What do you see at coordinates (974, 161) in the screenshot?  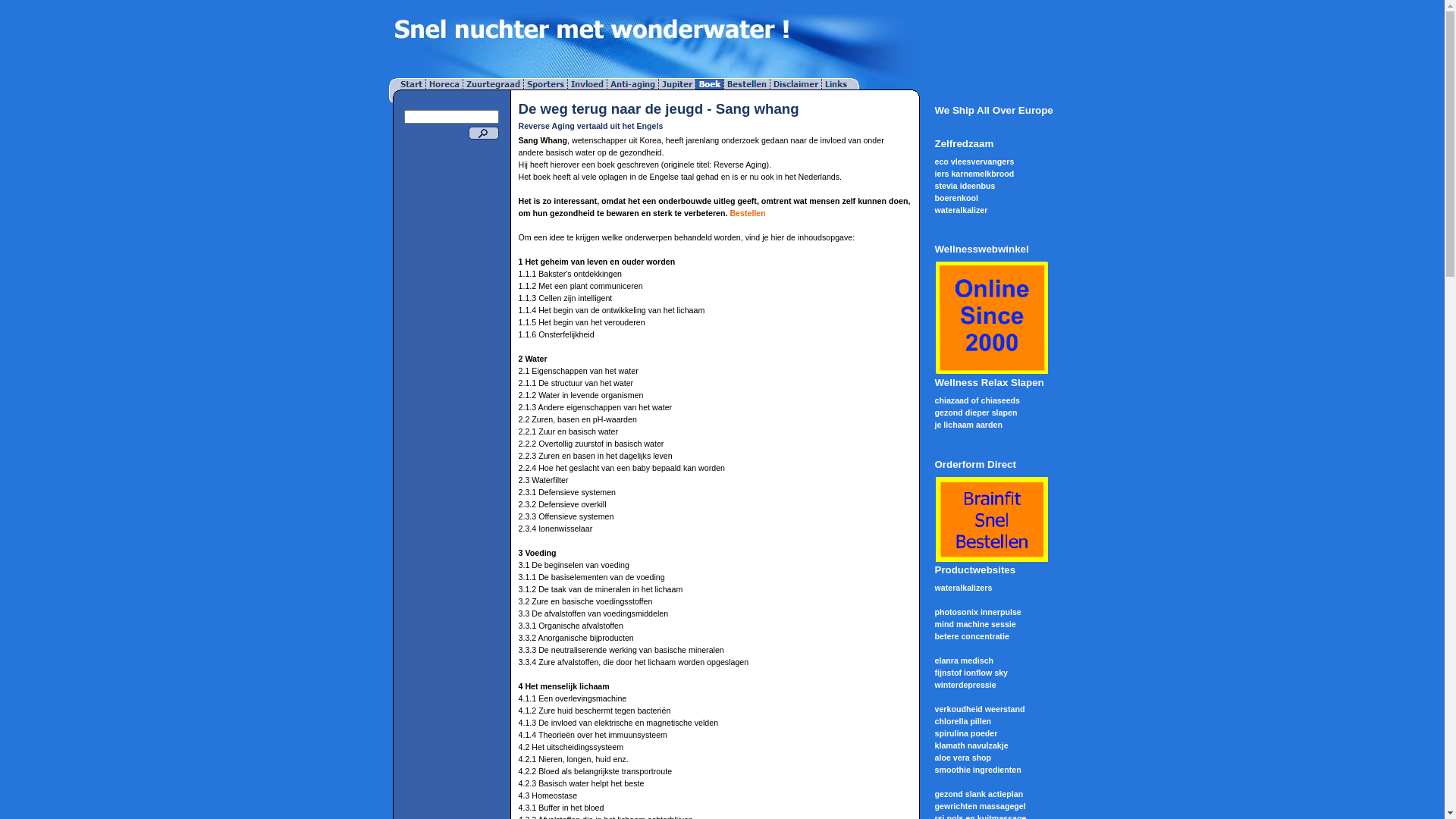 I see `'eco vleesvervangers'` at bounding box center [974, 161].